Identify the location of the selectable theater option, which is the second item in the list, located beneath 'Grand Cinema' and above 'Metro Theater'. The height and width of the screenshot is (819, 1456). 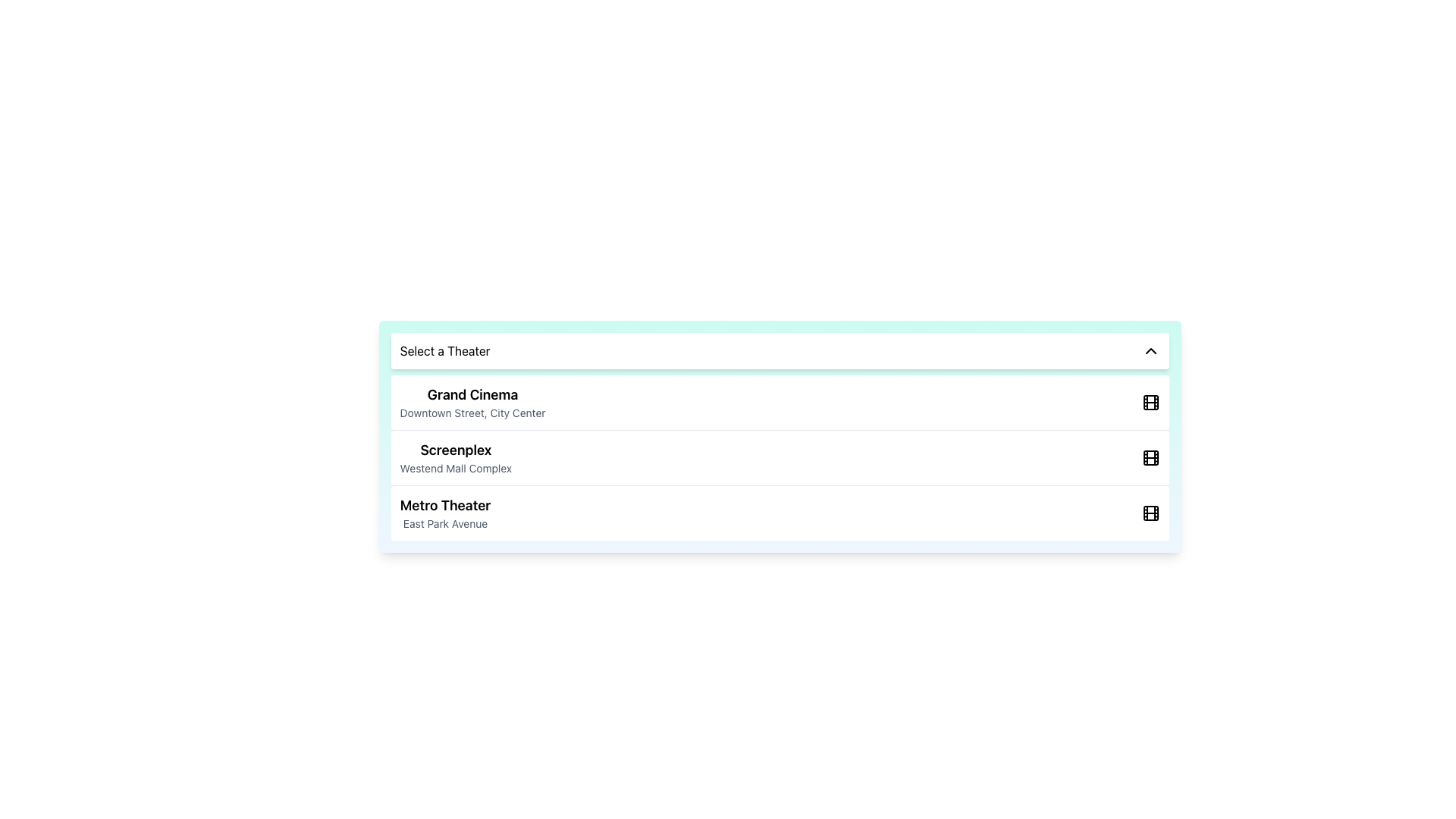
(455, 457).